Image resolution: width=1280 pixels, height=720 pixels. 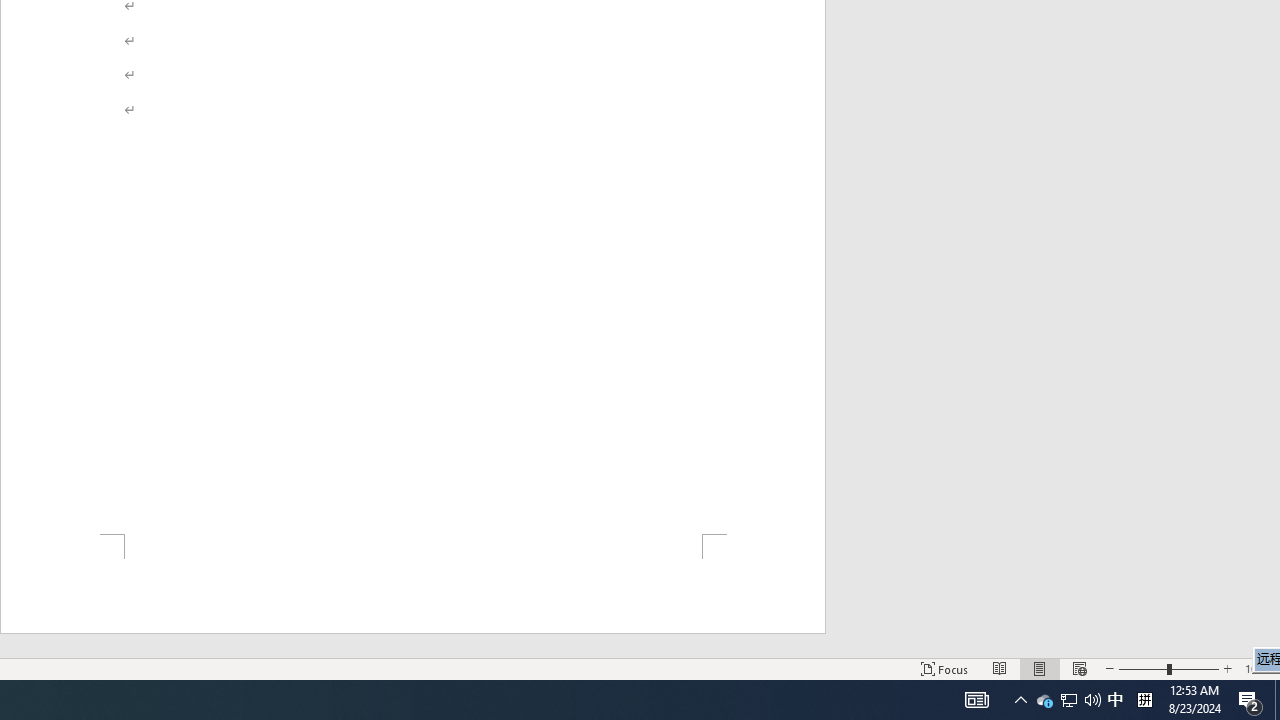 What do you see at coordinates (1000, 669) in the screenshot?
I see `'Read Mode'` at bounding box center [1000, 669].